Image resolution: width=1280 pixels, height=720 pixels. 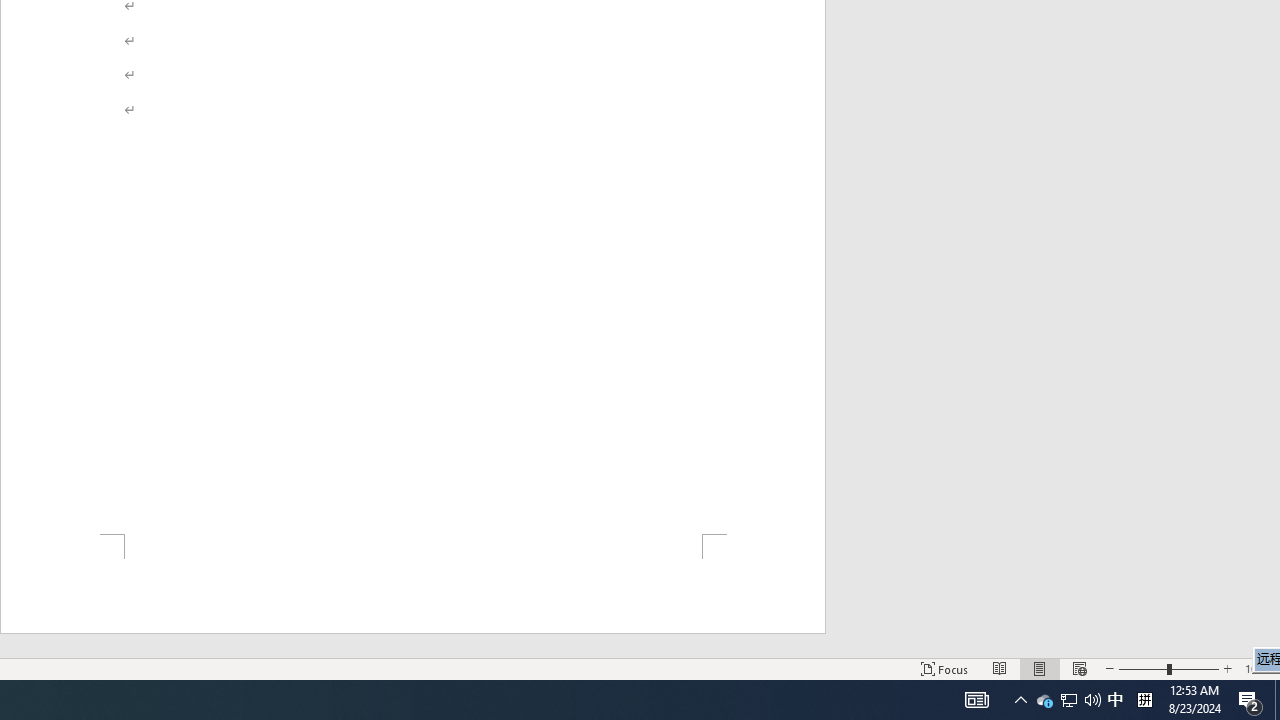 What do you see at coordinates (1000, 669) in the screenshot?
I see `'Read Mode'` at bounding box center [1000, 669].